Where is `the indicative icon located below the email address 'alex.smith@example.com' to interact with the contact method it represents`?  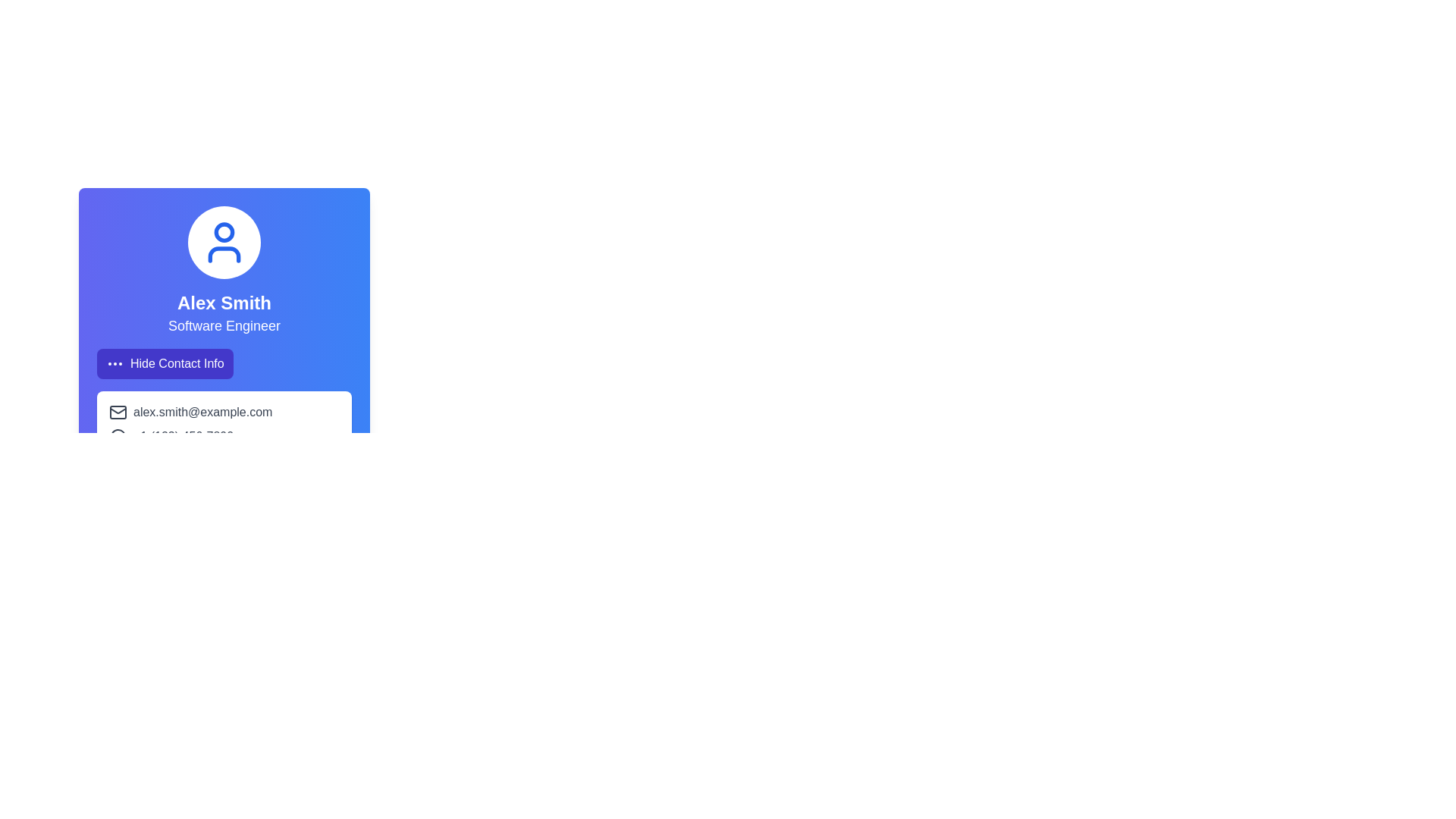 the indicative icon located below the email address 'alex.smith@example.com' to interact with the contact method it represents is located at coordinates (117, 437).